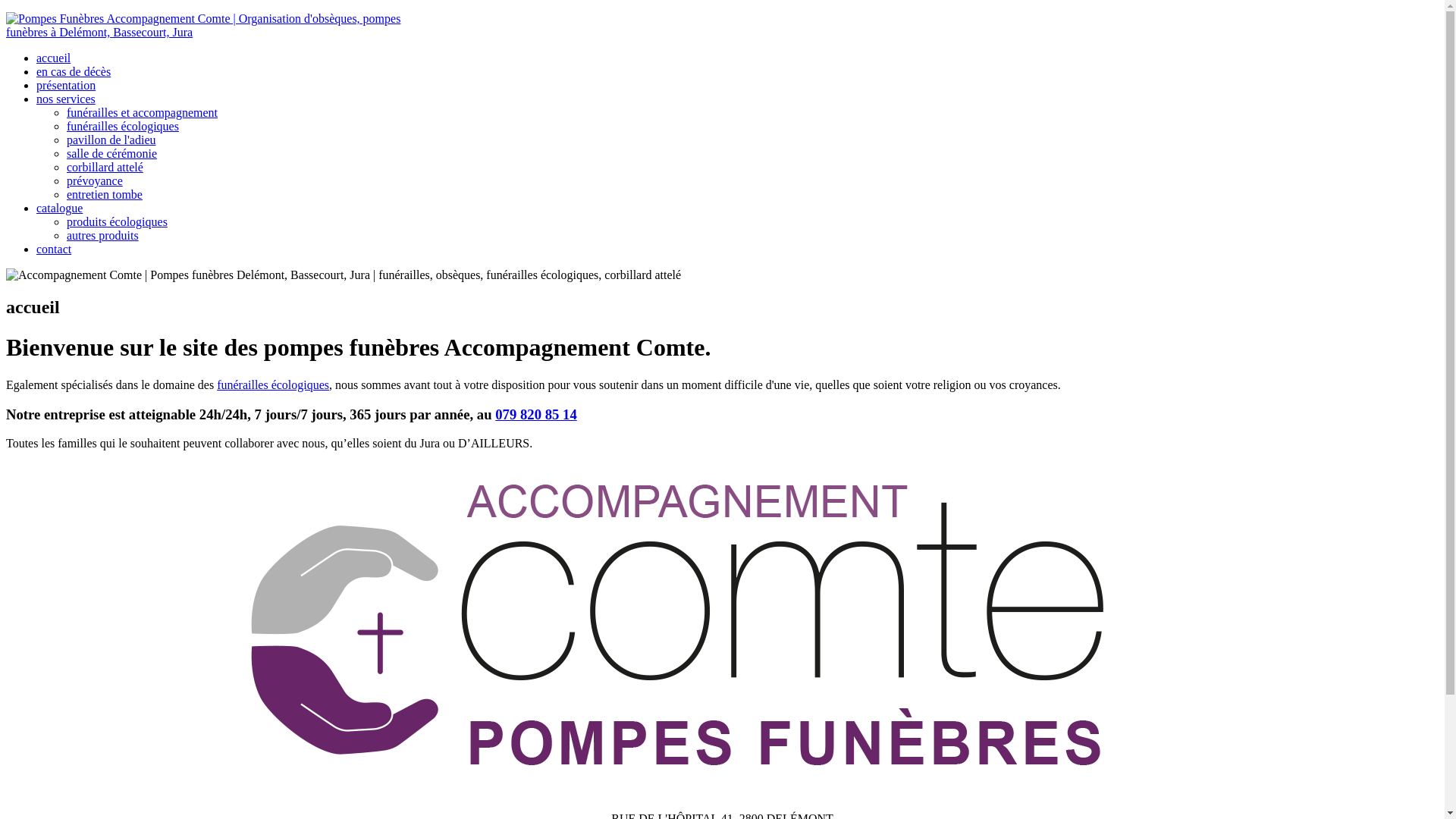 This screenshot has width=1456, height=819. I want to click on '079 820 85 14', so click(535, 414).